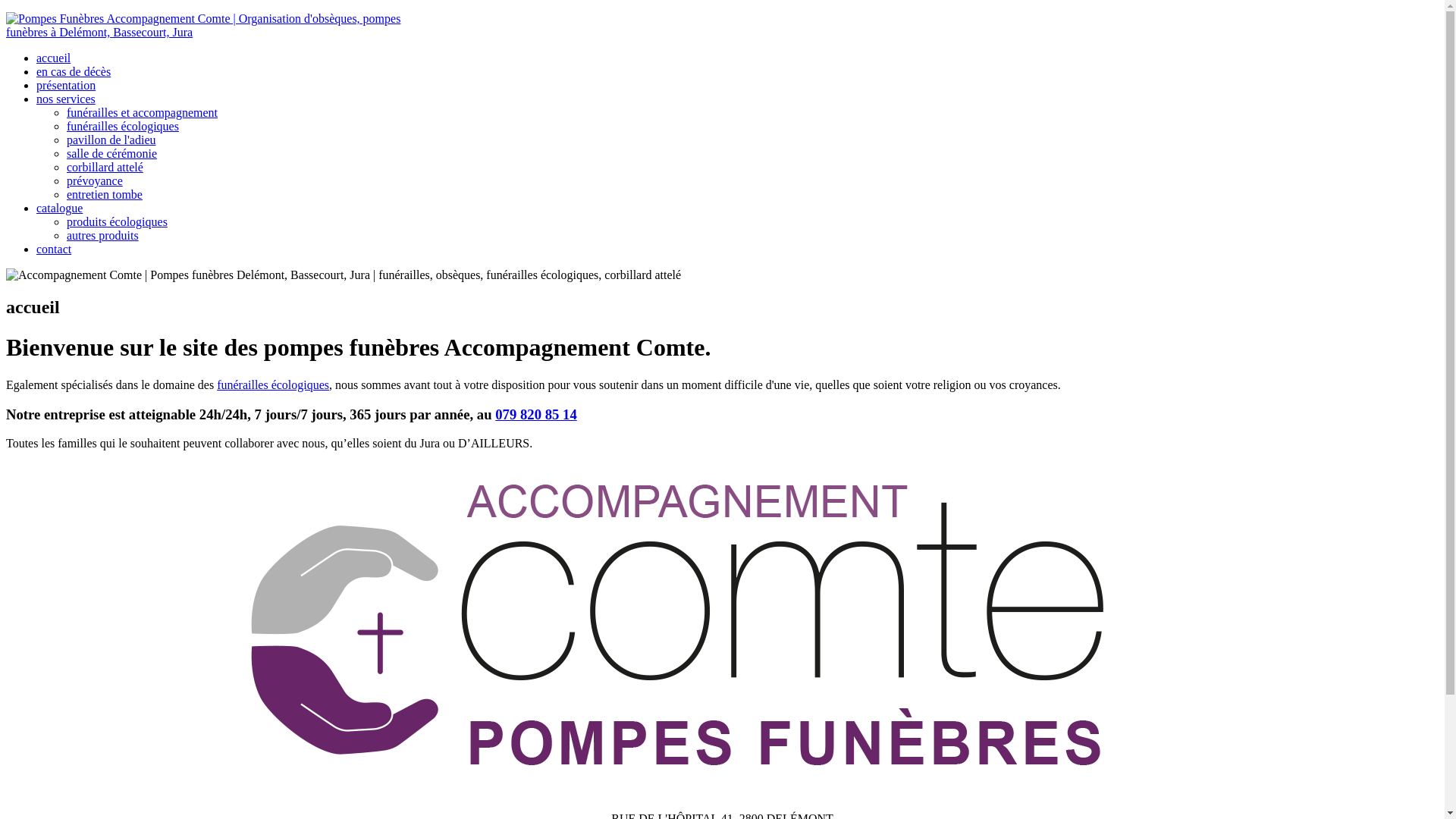 This screenshot has width=1456, height=819. I want to click on '079 820 85 14', so click(535, 414).